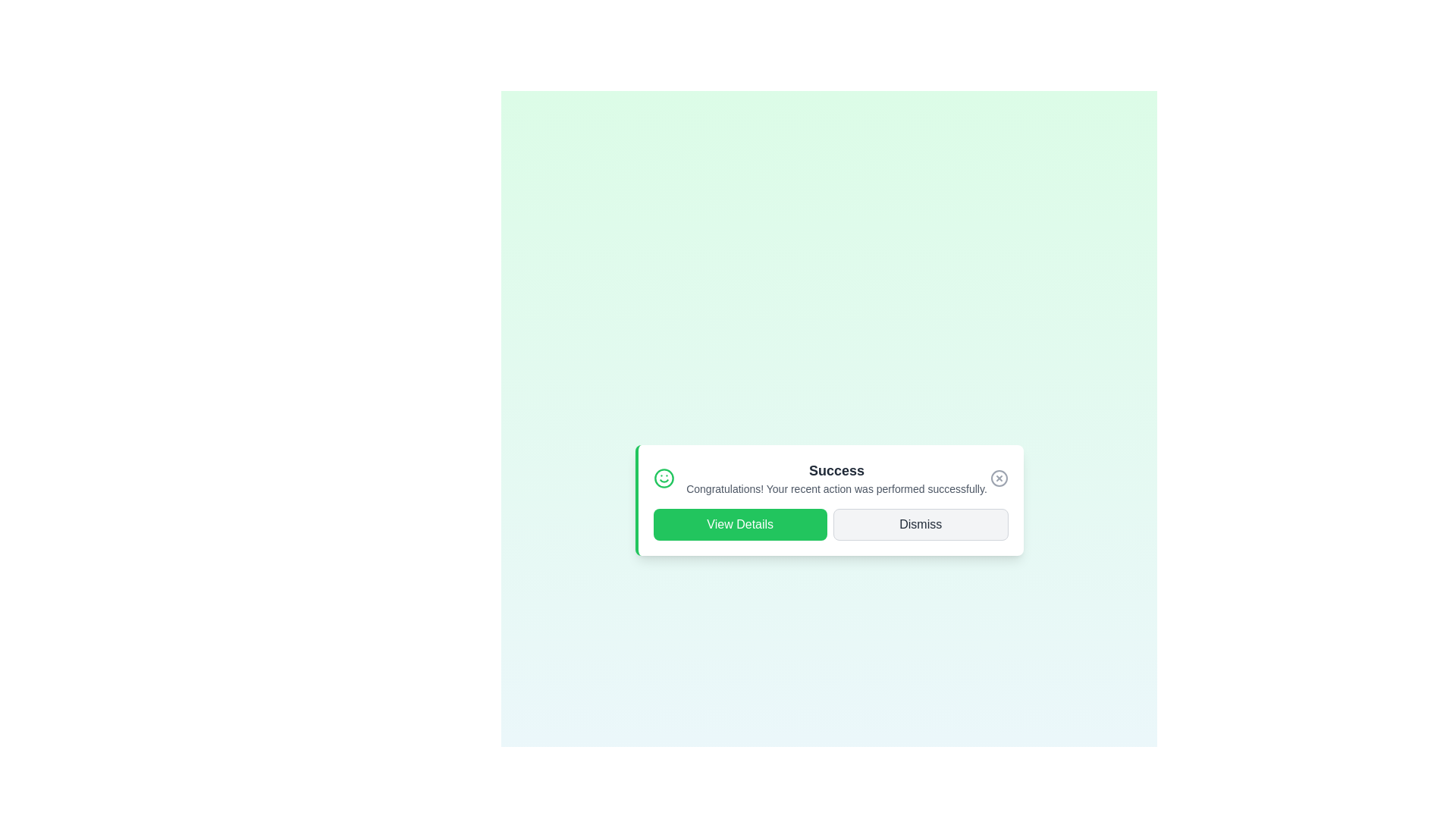  What do you see at coordinates (920, 523) in the screenshot?
I see `the 'Dismiss' button to close the alert` at bounding box center [920, 523].